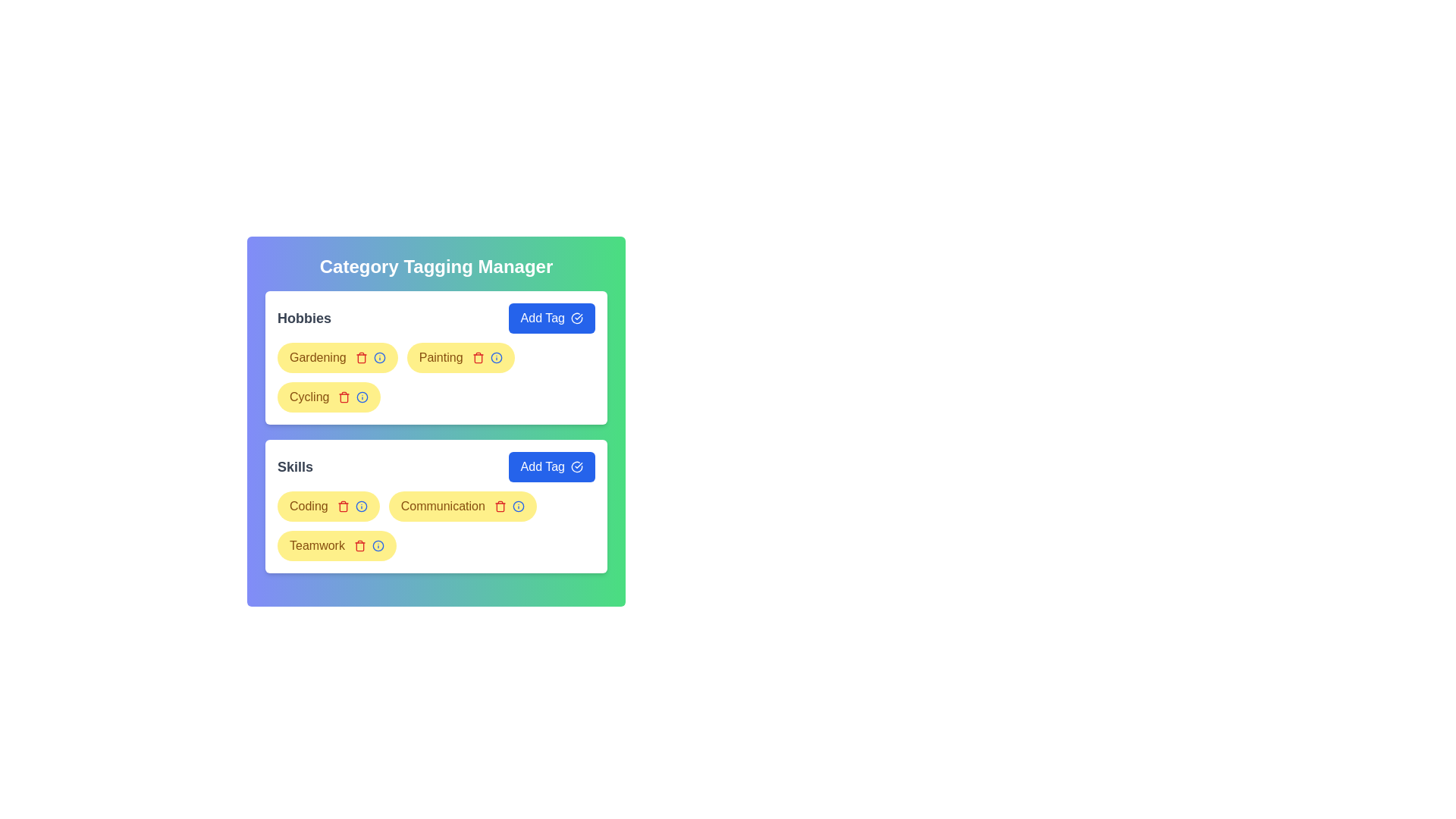 The image size is (1456, 819). What do you see at coordinates (360, 506) in the screenshot?
I see `the clickable info icon styled in blue with an embedded information symbol located within the yellow badge labeled 'Coding'` at bounding box center [360, 506].